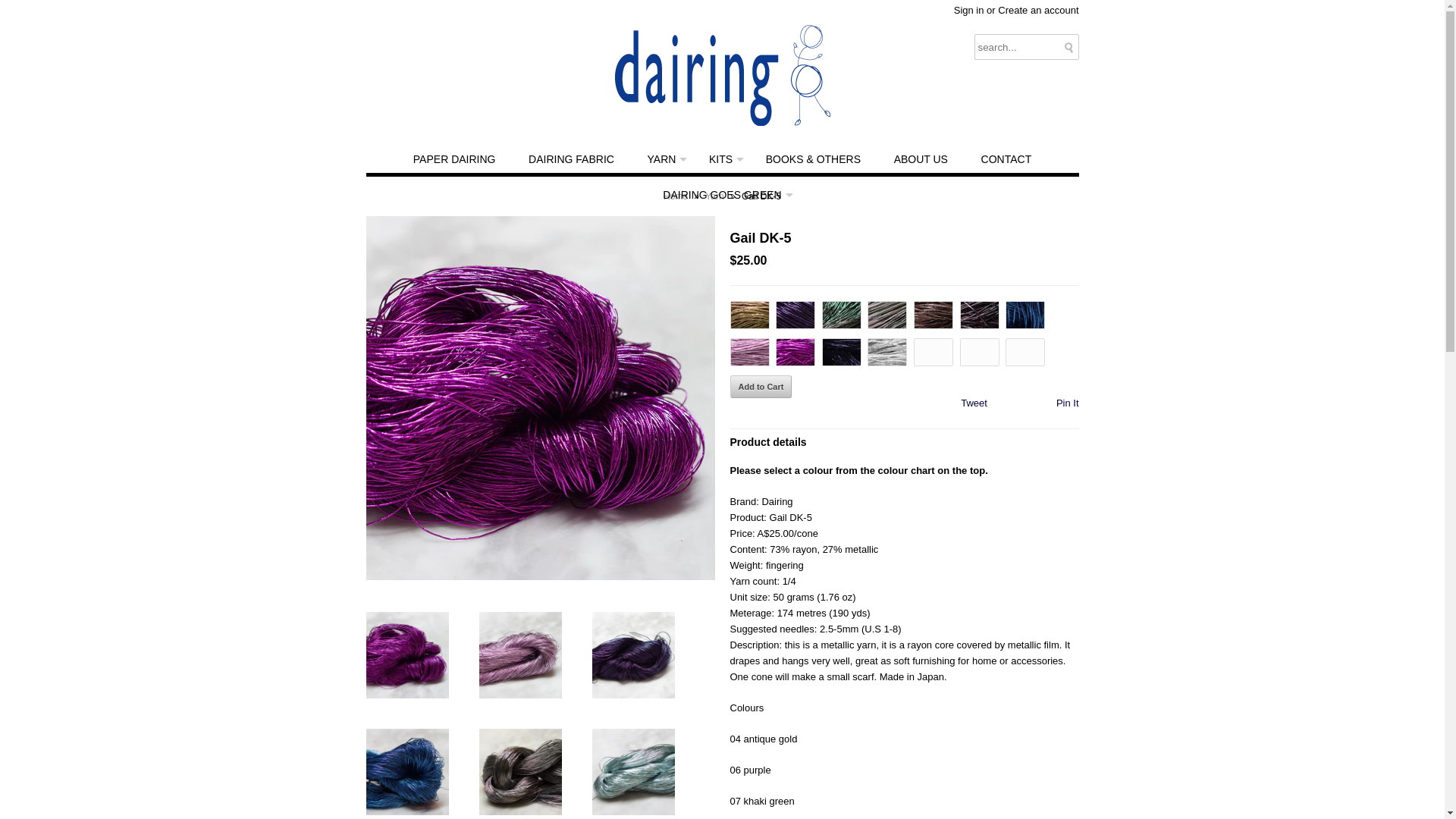  What do you see at coordinates (663, 195) in the screenshot?
I see `'Home'` at bounding box center [663, 195].